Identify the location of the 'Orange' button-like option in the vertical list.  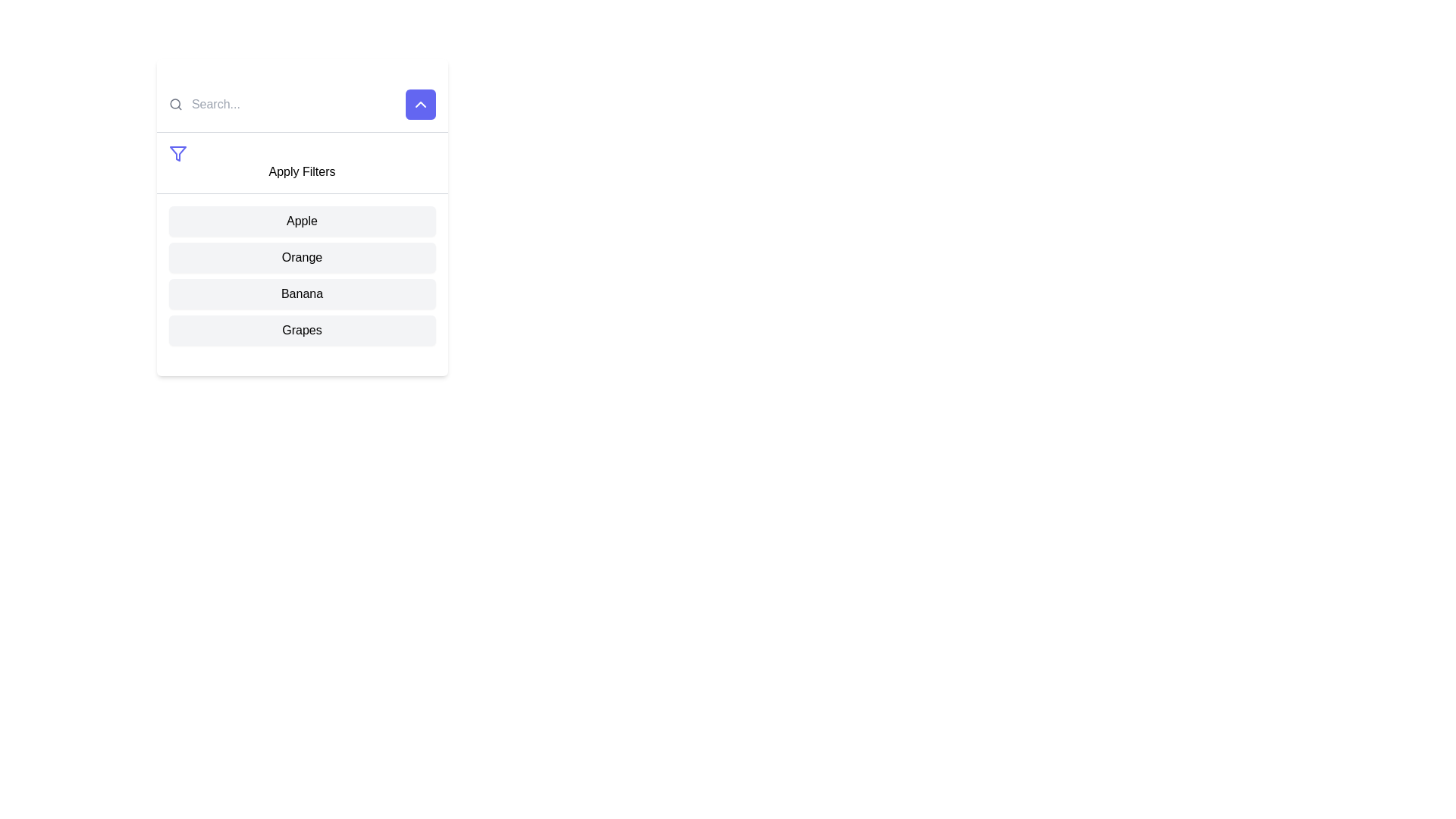
(302, 256).